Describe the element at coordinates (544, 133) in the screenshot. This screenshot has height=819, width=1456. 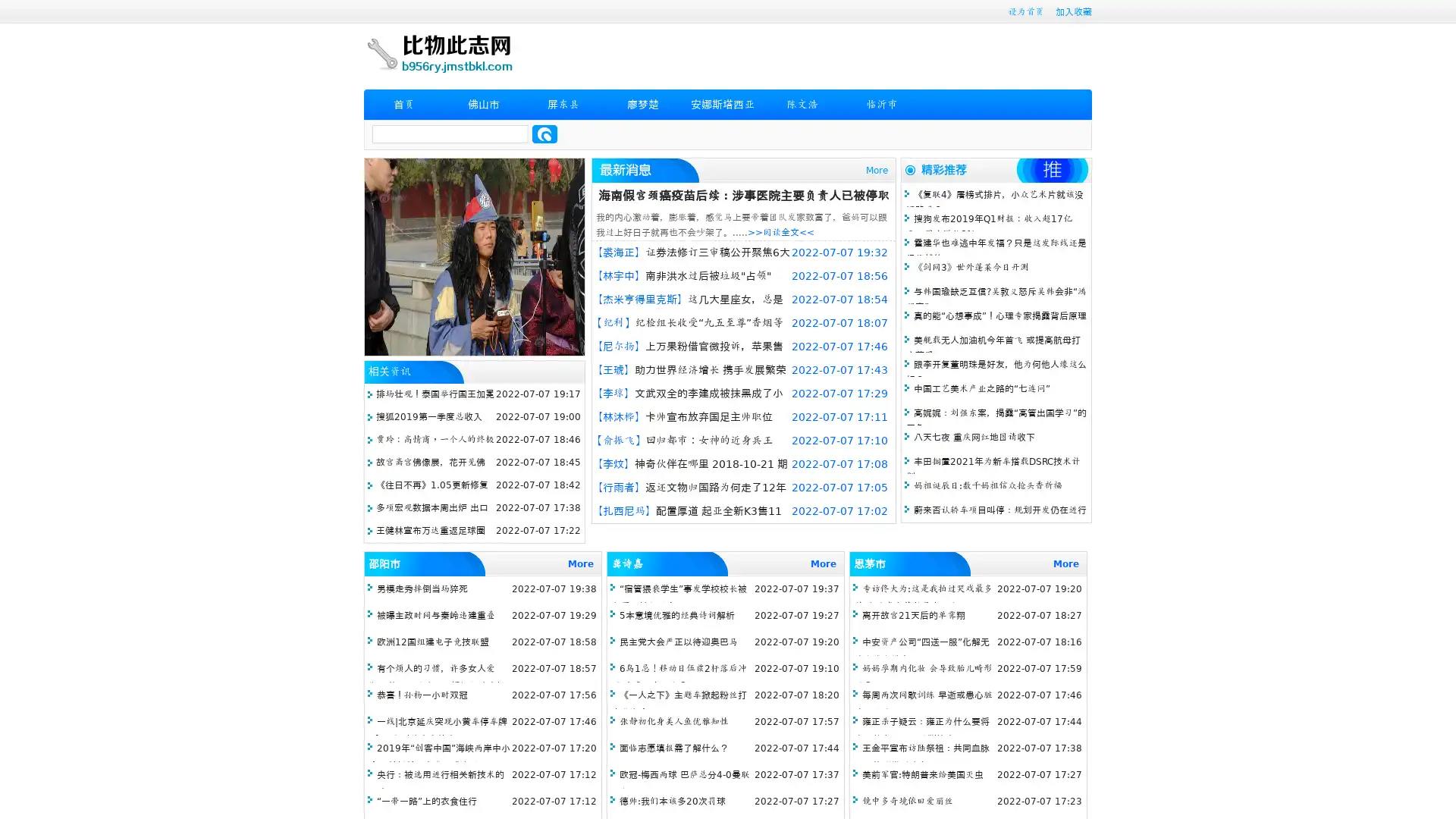
I see `Search` at that location.